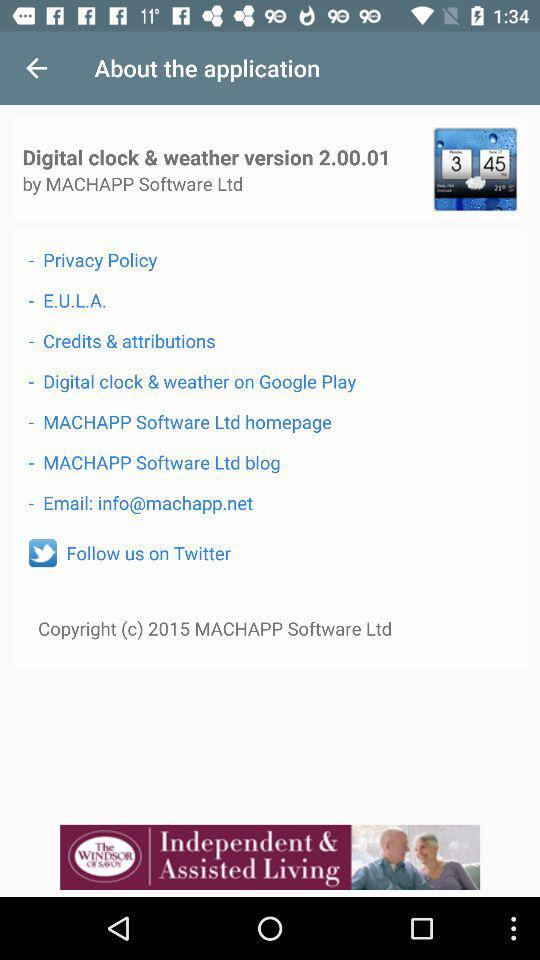  Describe the element at coordinates (270, 856) in the screenshot. I see `bottom advertisement` at that location.